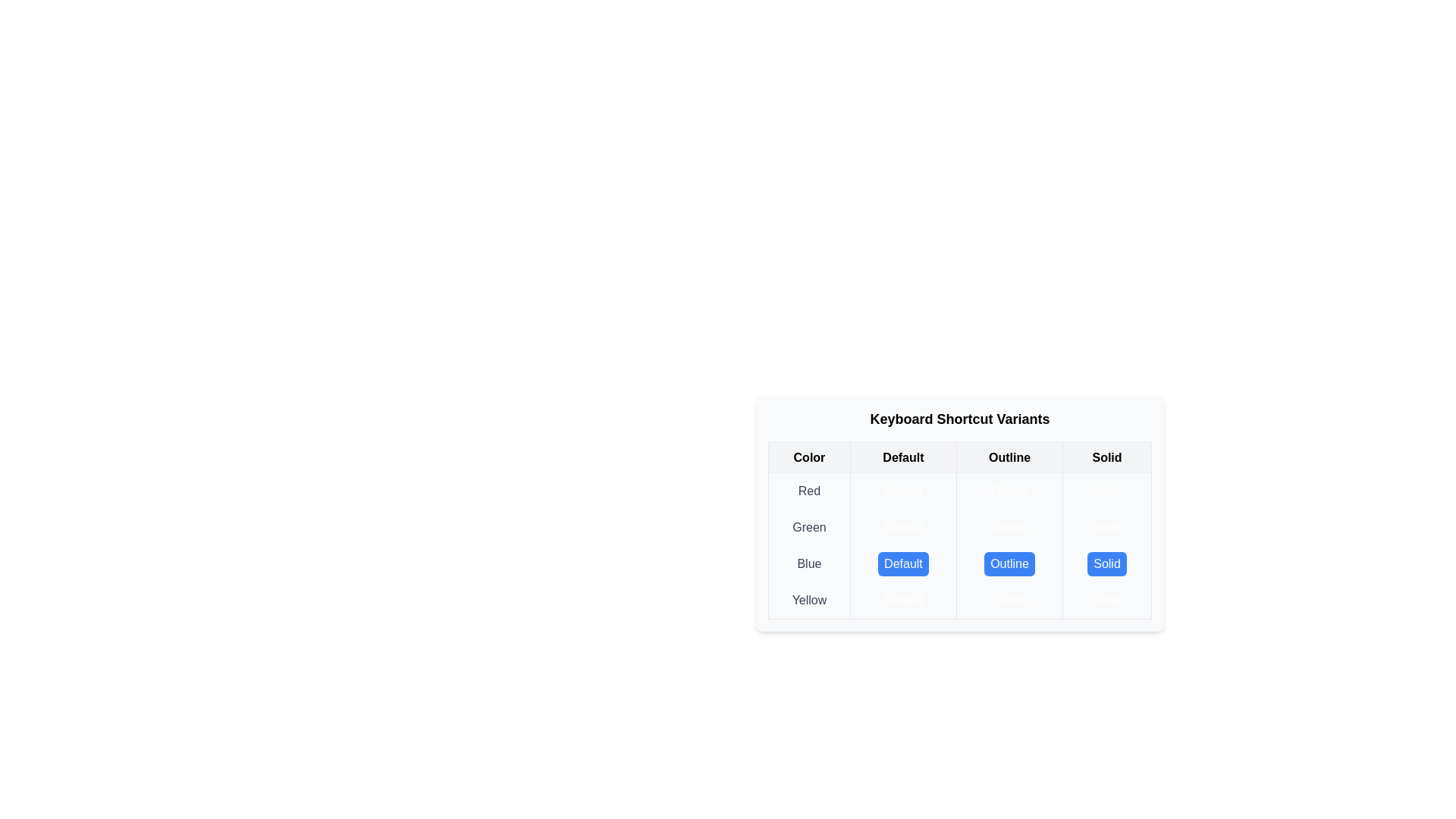  Describe the element at coordinates (903, 491) in the screenshot. I see `the 'Default' button in the second column of the 'Keyboard Shortcut Variants' table, which has a red background and white text` at that location.